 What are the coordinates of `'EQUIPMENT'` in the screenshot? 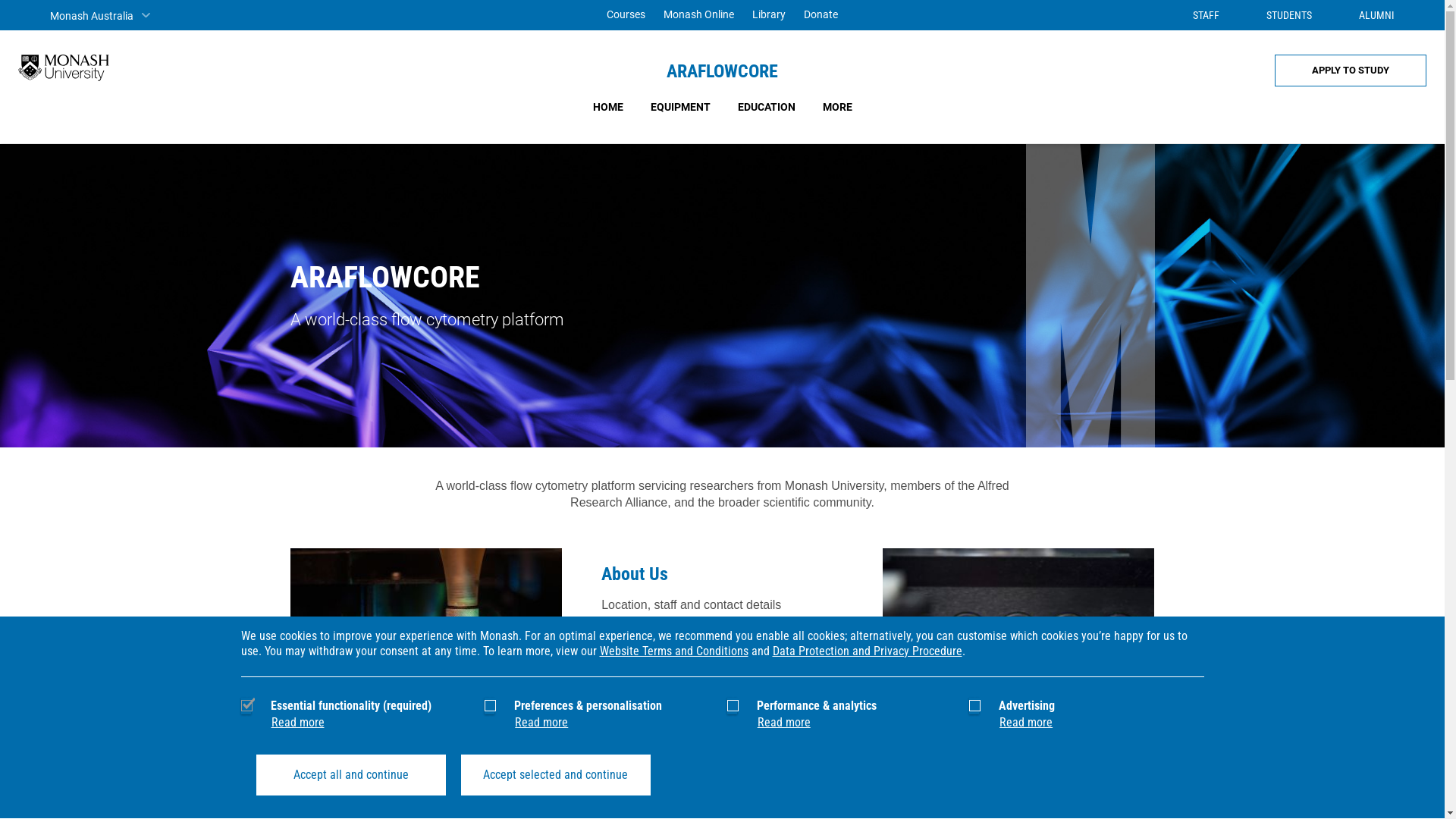 It's located at (679, 106).